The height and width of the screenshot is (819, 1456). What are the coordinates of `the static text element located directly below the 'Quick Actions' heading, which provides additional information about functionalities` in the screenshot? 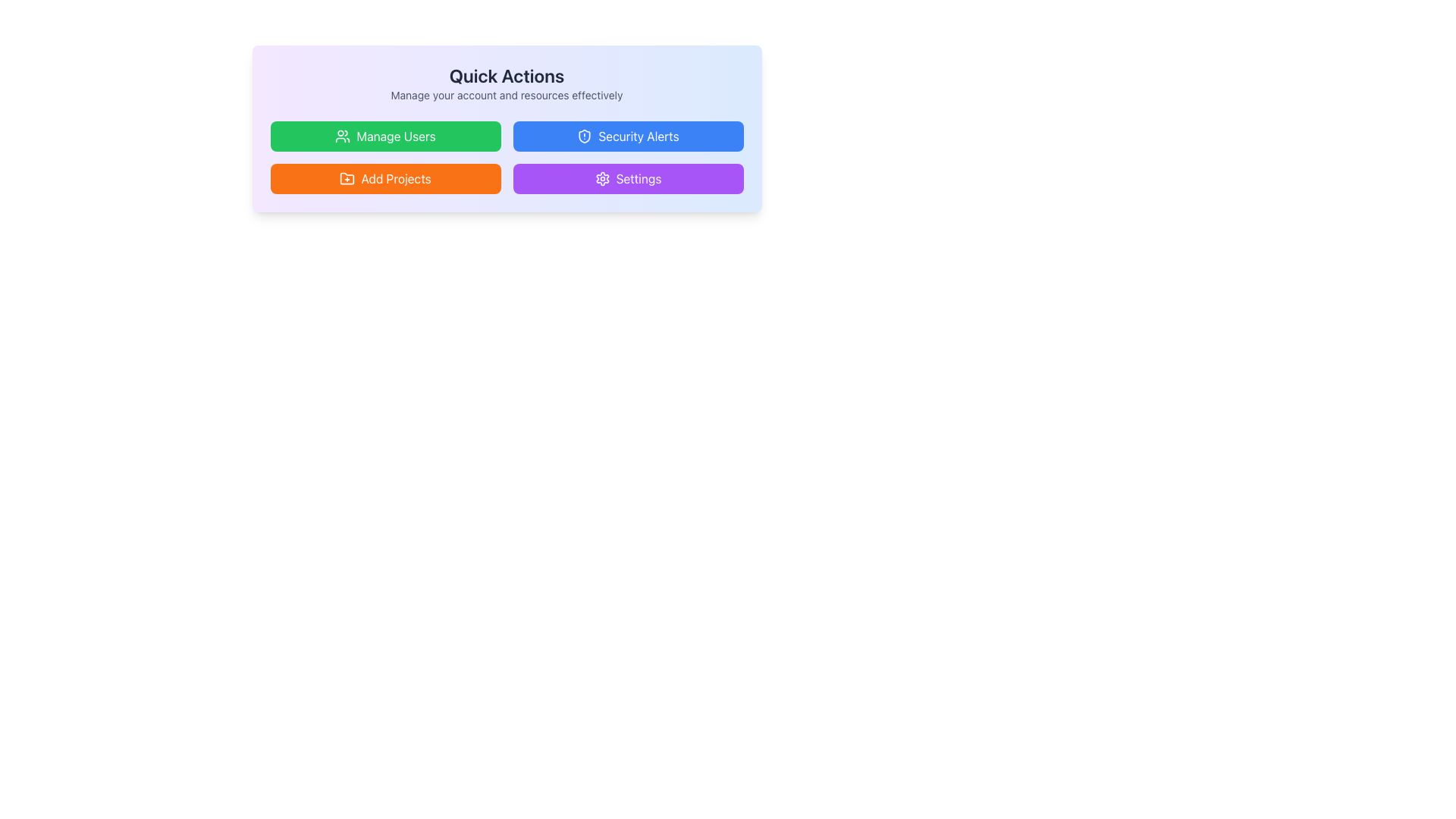 It's located at (507, 96).